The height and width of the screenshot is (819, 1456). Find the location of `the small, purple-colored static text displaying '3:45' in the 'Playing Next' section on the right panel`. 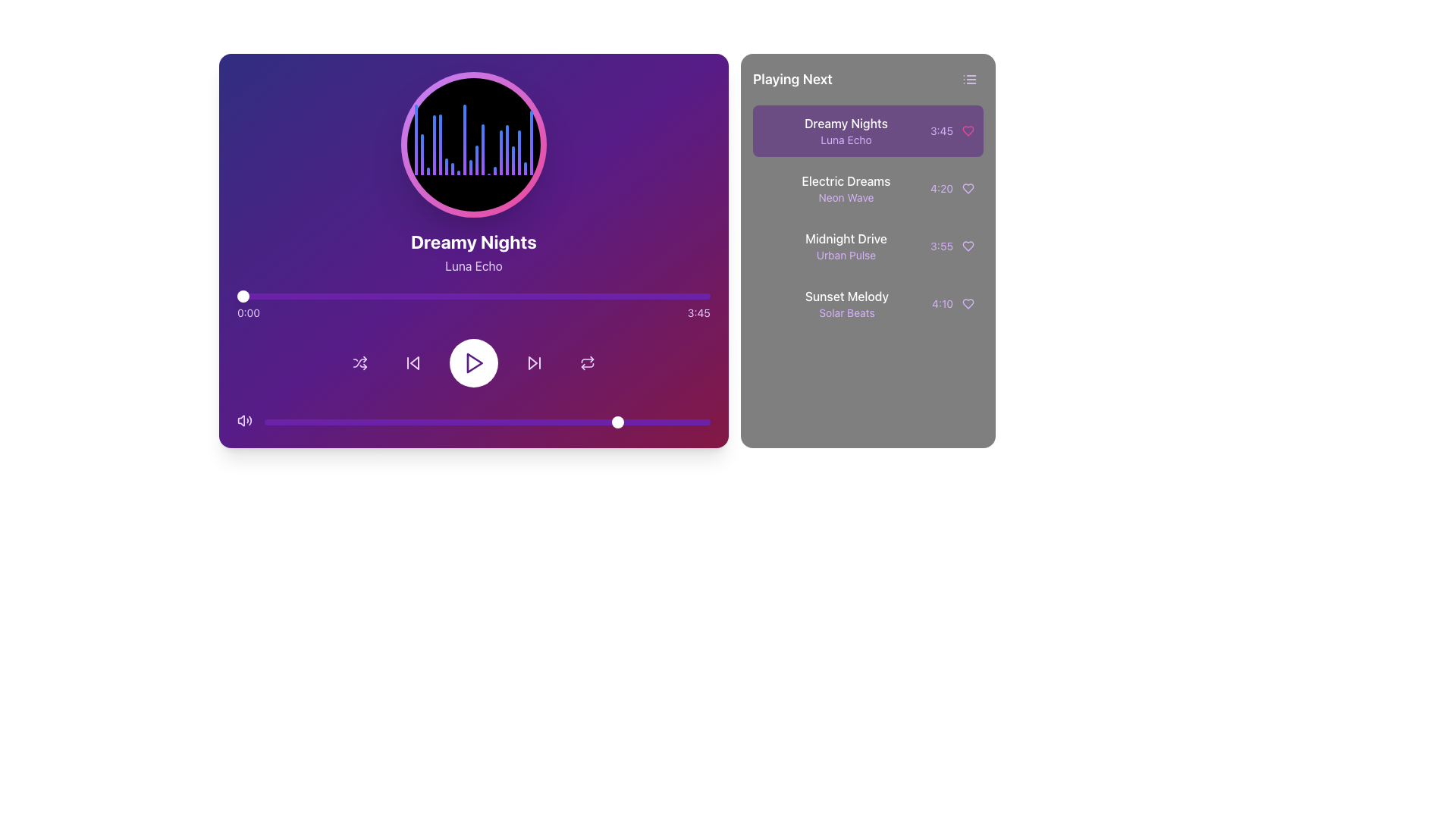

the small, purple-colored static text displaying '3:45' in the 'Playing Next' section on the right panel is located at coordinates (941, 130).